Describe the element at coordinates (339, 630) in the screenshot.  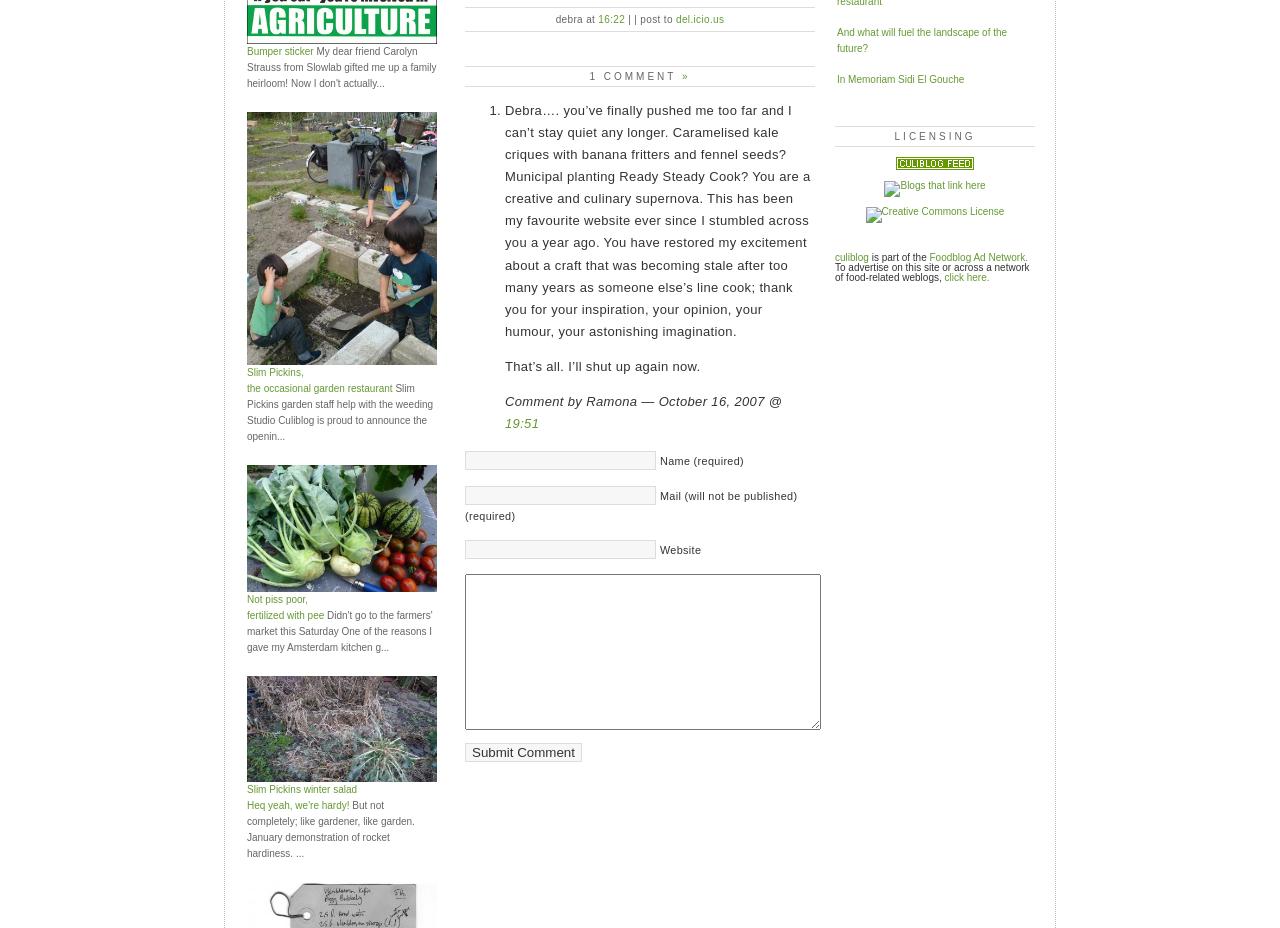
I see `'Didn't go to the farmers' market this Saturday

One of the reasons I gave my Amsterdam kitchen g...'` at that location.